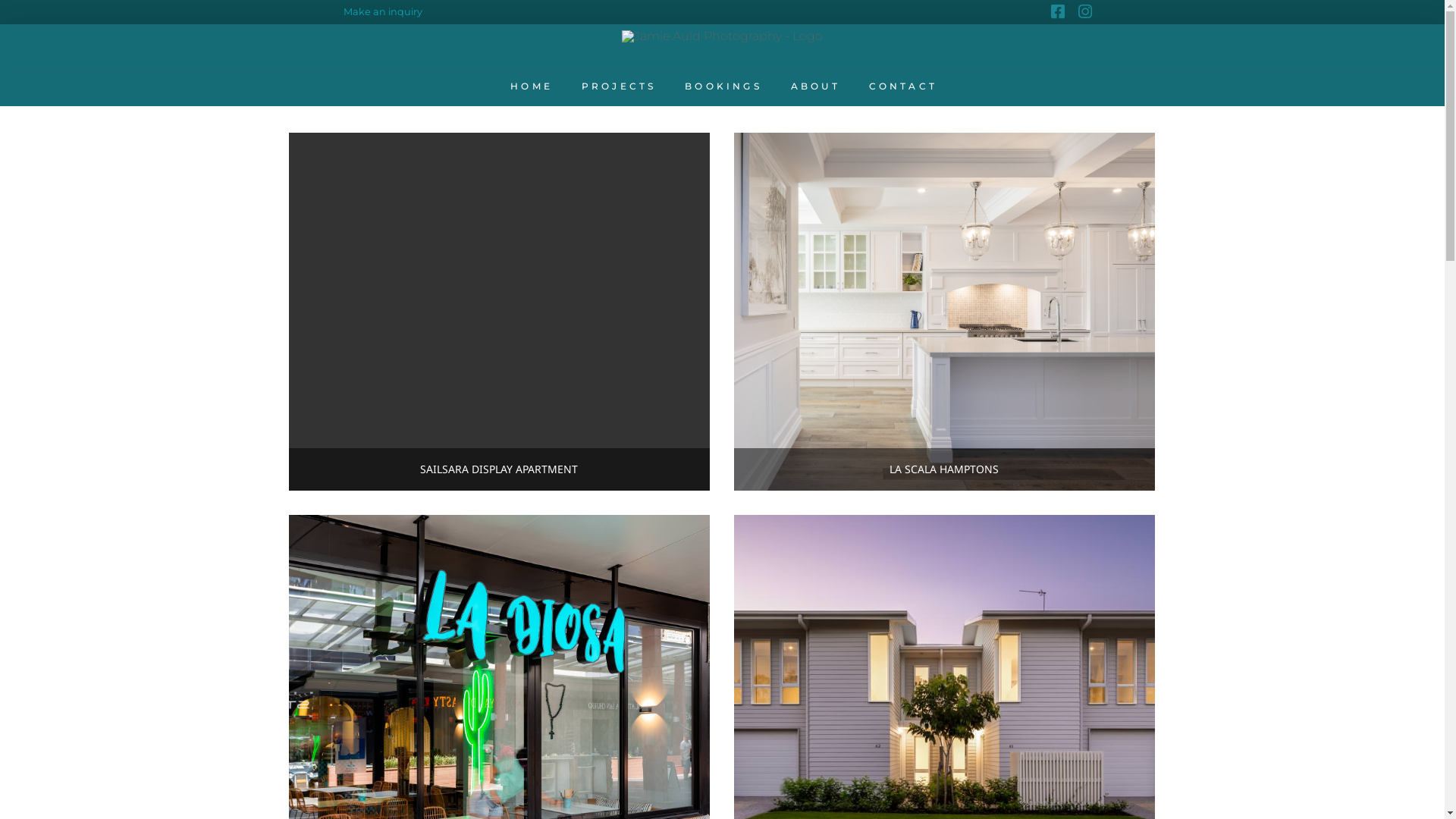 The height and width of the screenshot is (819, 1456). I want to click on 'PROJECTS', so click(564, 87).